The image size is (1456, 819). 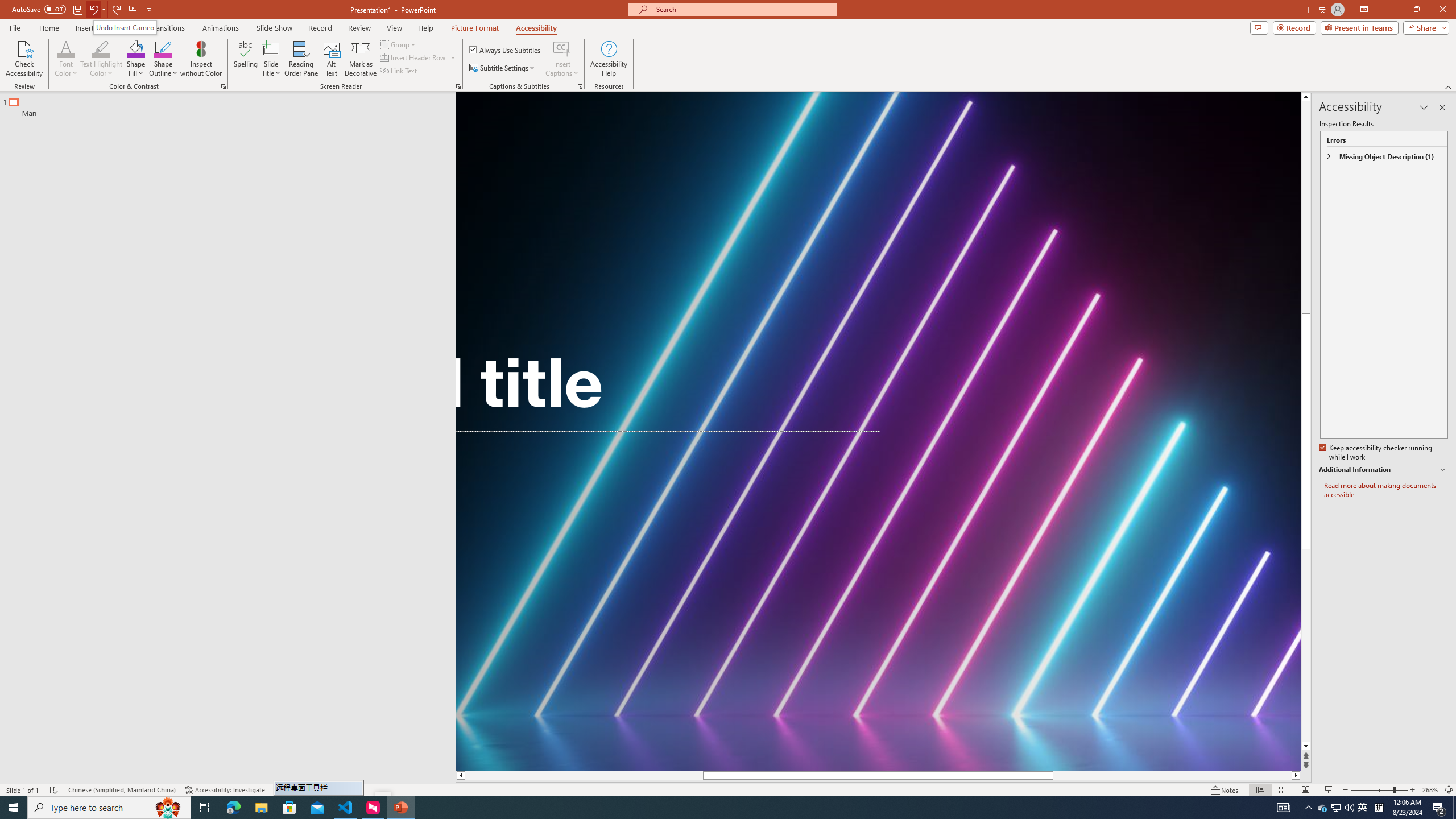 What do you see at coordinates (413, 56) in the screenshot?
I see `'Insert Header Row'` at bounding box center [413, 56].